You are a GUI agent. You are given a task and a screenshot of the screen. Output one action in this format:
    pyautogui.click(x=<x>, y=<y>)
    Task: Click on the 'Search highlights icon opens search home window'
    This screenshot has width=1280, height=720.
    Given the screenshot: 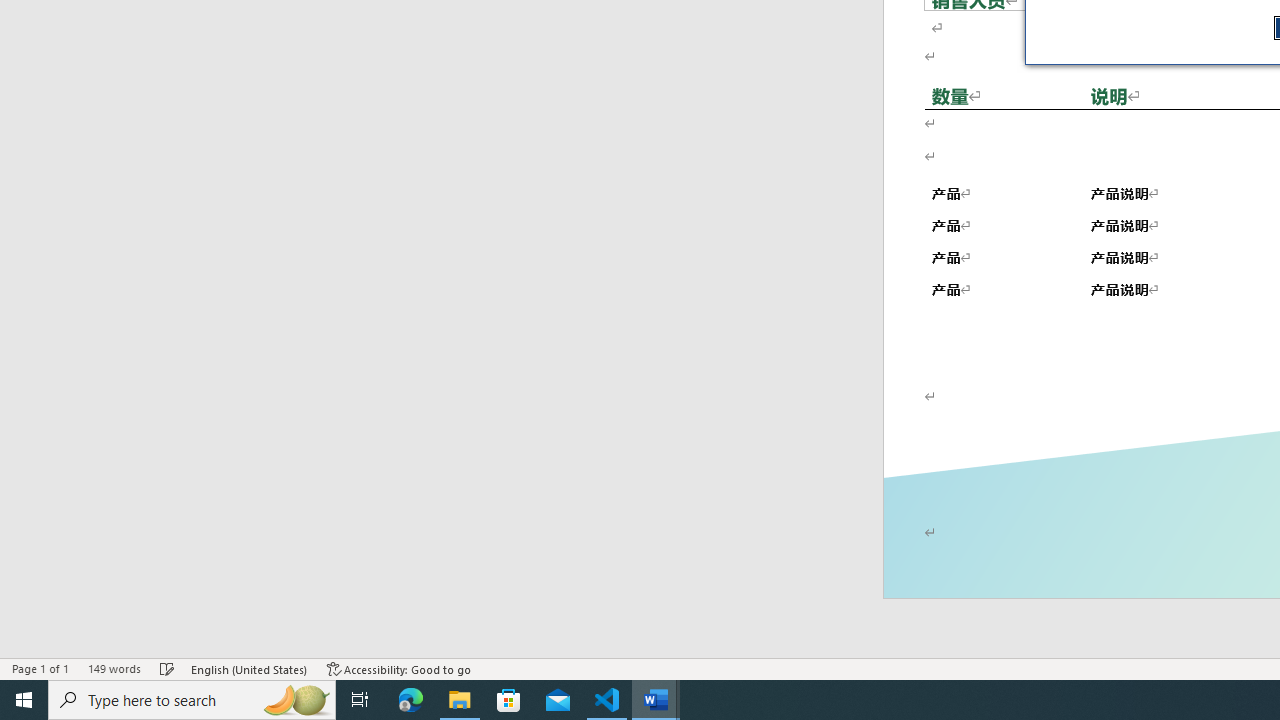 What is the action you would take?
    pyautogui.click(x=294, y=698)
    